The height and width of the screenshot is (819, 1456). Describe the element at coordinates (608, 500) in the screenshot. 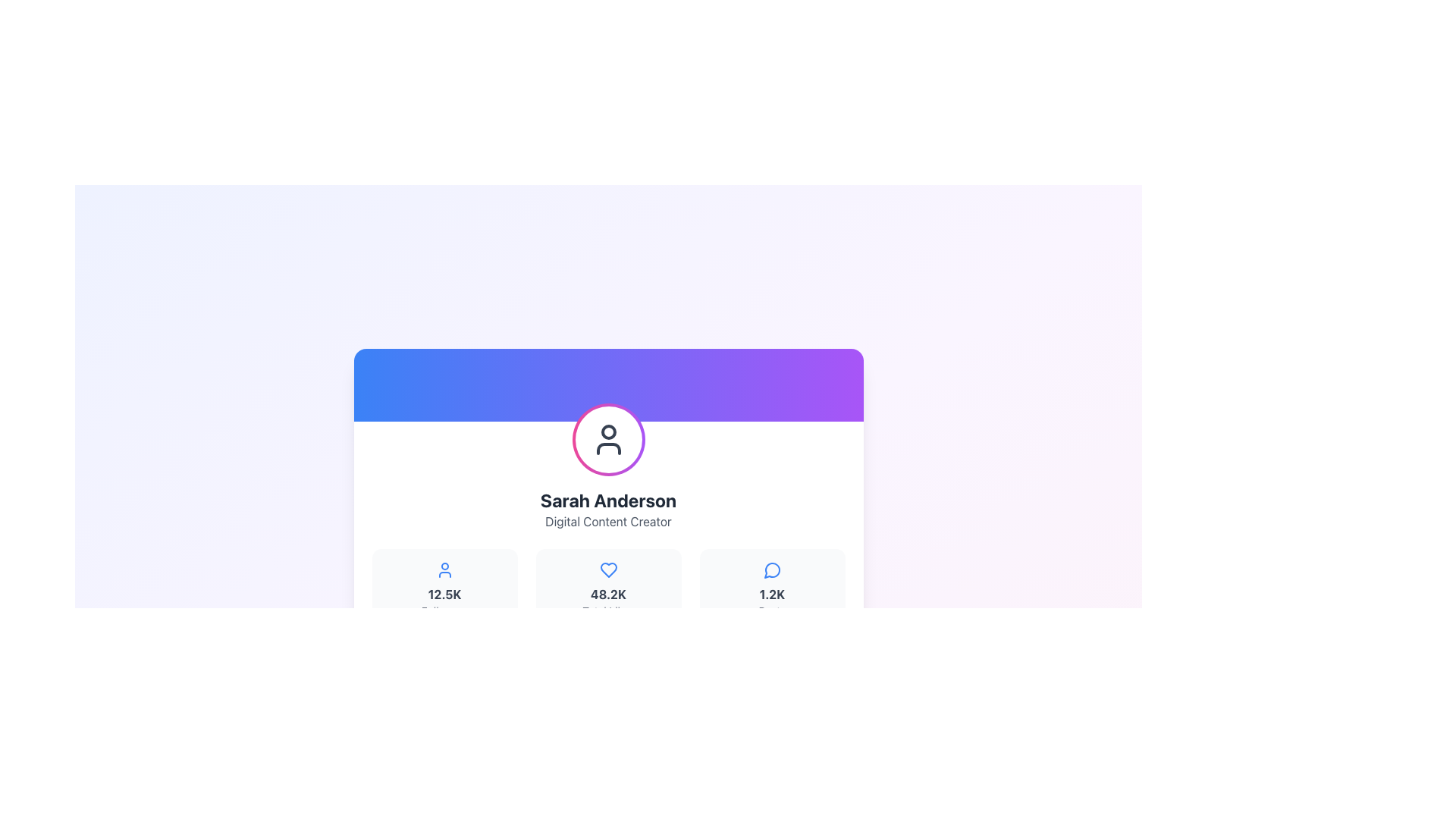

I see `the text label displaying 'Sarah Anderson', which is centrally aligned below the person icon in the profile card` at that location.